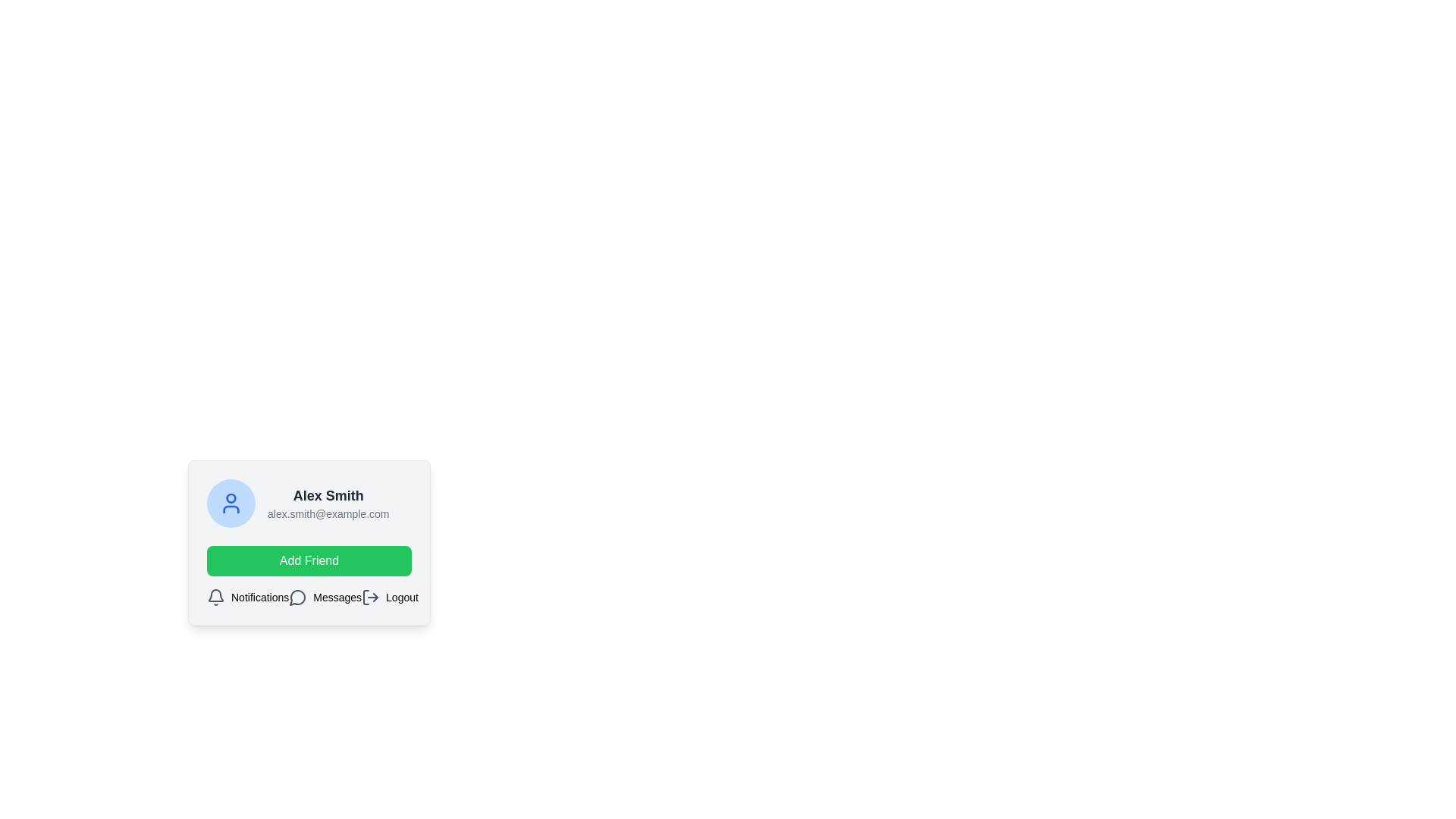 This screenshot has height=819, width=1456. I want to click on the text display showing the email address 'alex.smith@example.com', which is styled with smaller gray text below the name 'Alex Smith', so click(328, 513).